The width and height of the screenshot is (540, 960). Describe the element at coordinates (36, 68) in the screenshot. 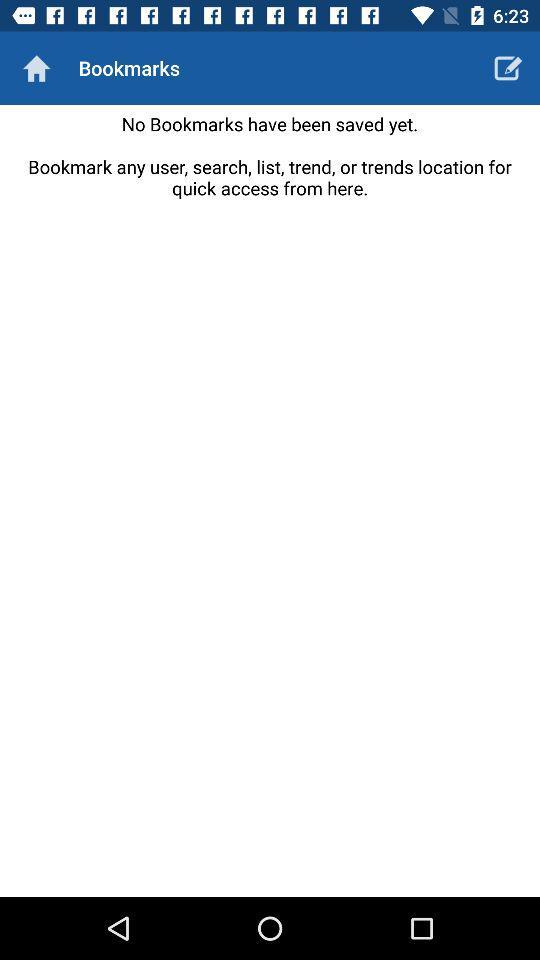

I see `the icon above the no bookmarks have item` at that location.